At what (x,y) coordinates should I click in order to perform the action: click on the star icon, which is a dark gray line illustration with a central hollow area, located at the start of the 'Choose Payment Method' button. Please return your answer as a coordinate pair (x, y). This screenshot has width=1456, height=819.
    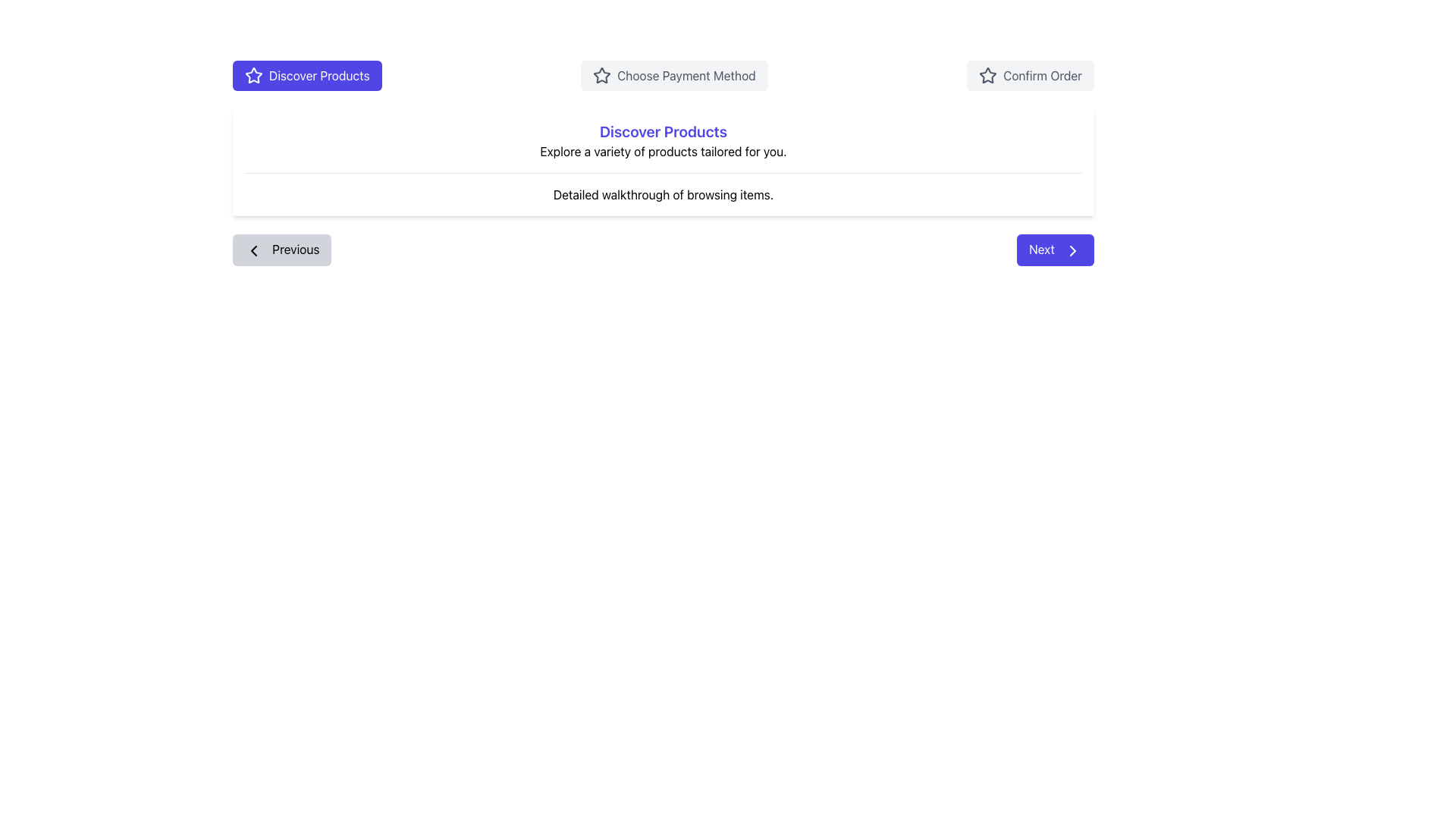
    Looking at the image, I should click on (601, 76).